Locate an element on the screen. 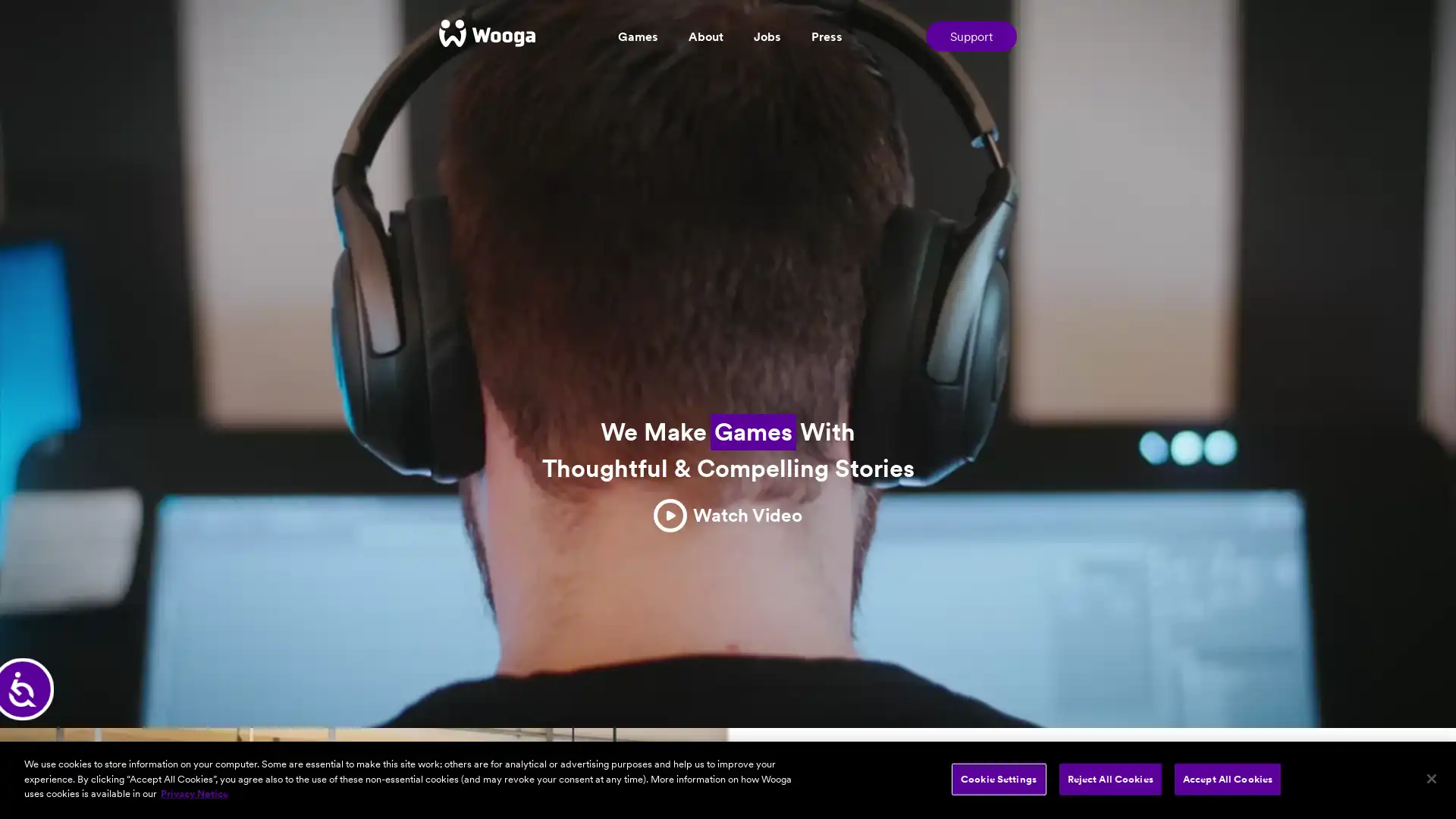 The image size is (1456, 819). Reject All Cookies is located at coordinates (1109, 778).